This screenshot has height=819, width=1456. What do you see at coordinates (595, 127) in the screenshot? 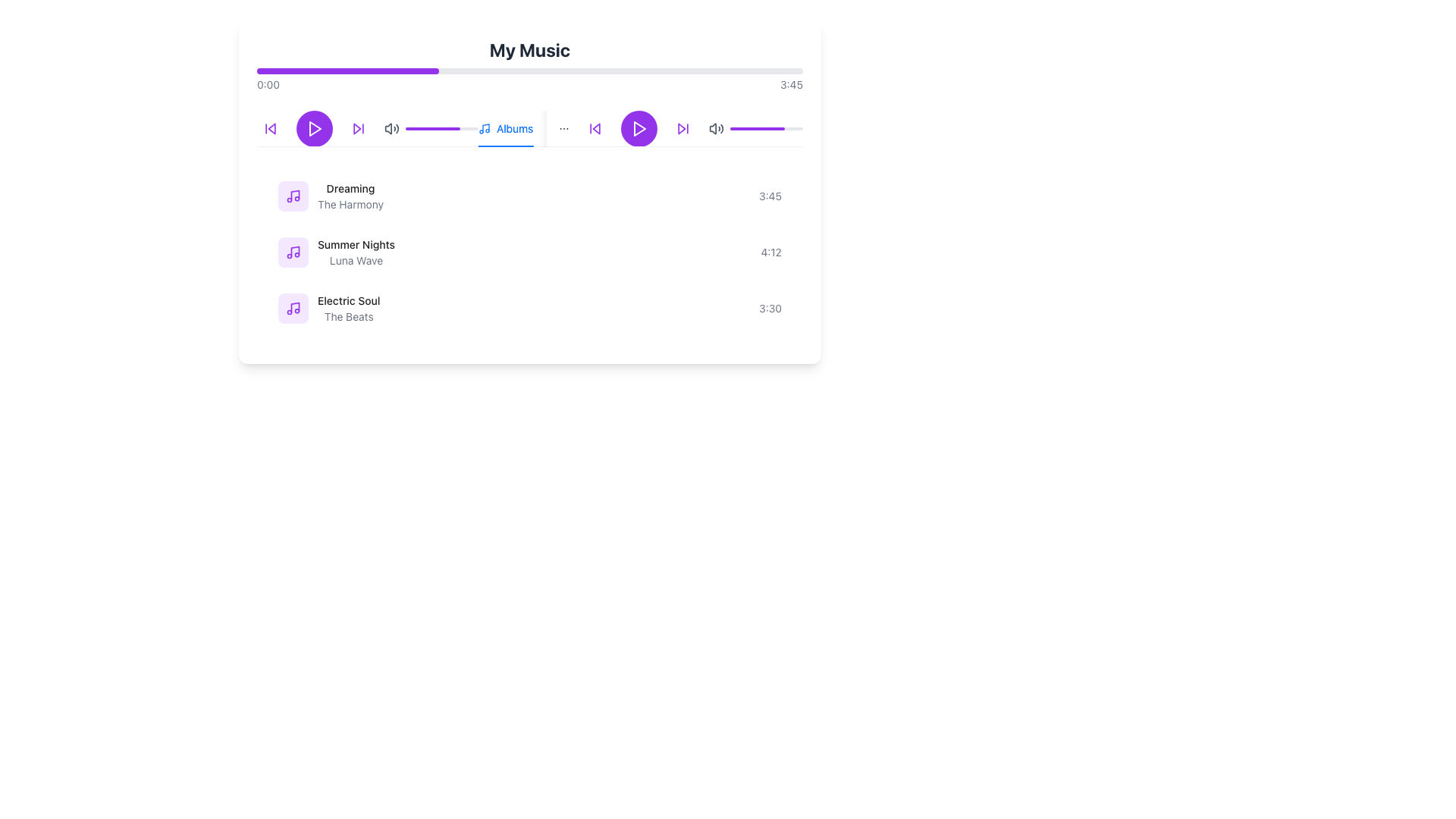
I see `the circular skip button with a left-facing triangle and vertical line icon` at bounding box center [595, 127].